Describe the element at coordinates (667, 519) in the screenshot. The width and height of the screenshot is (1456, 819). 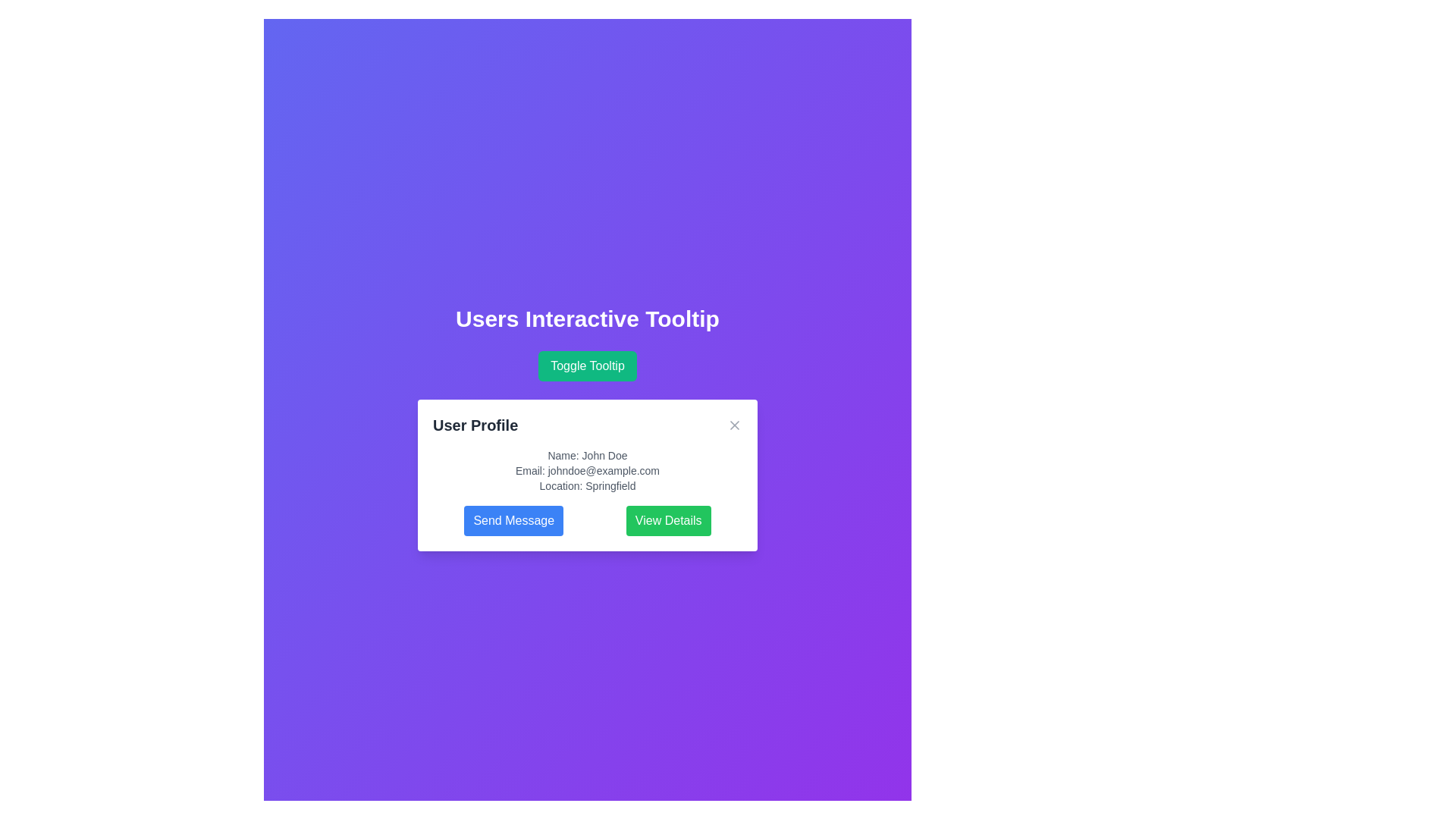
I see `the button that allows users` at that location.